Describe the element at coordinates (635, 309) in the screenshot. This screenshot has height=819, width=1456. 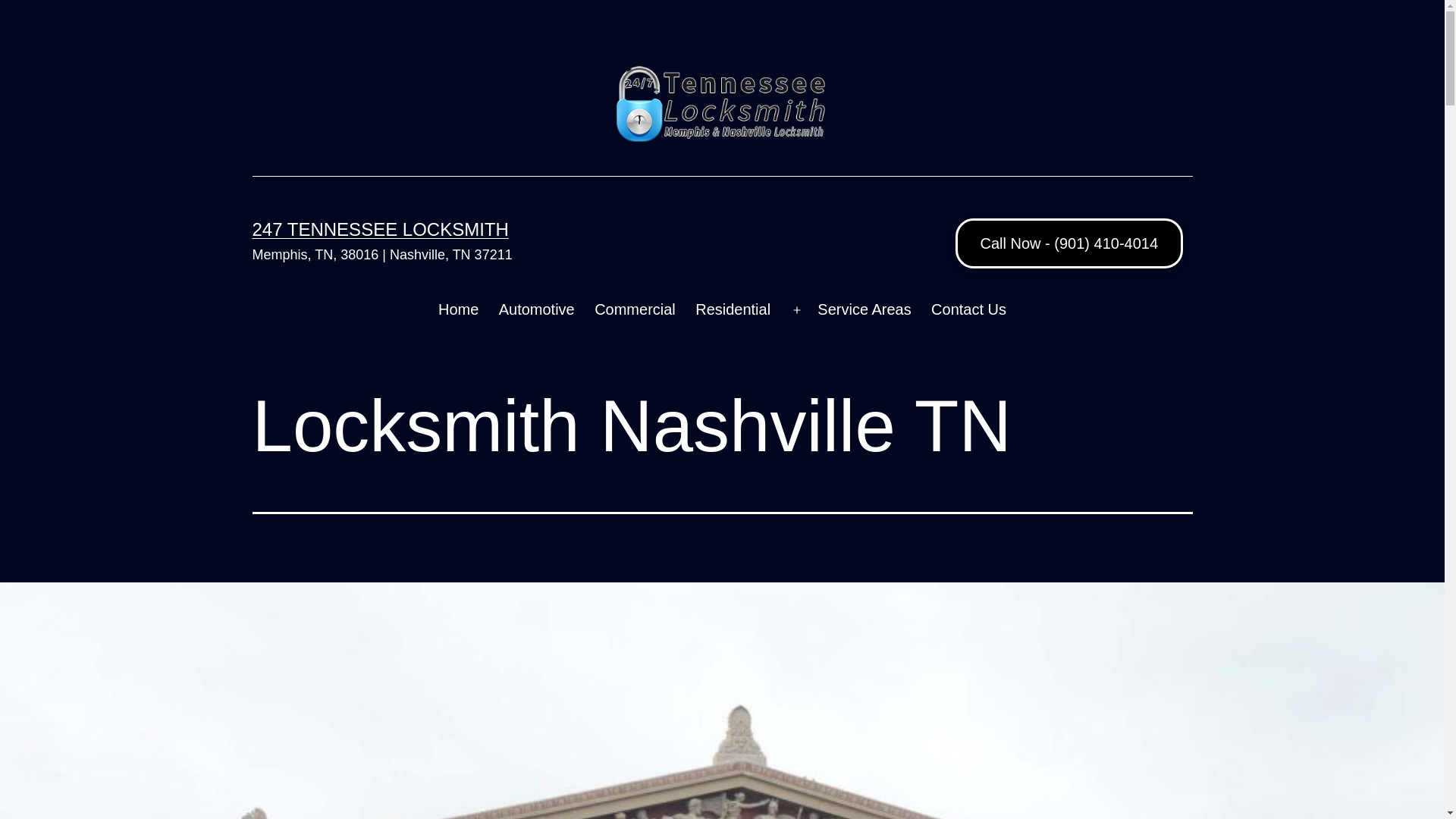
I see `'Commercial'` at that location.